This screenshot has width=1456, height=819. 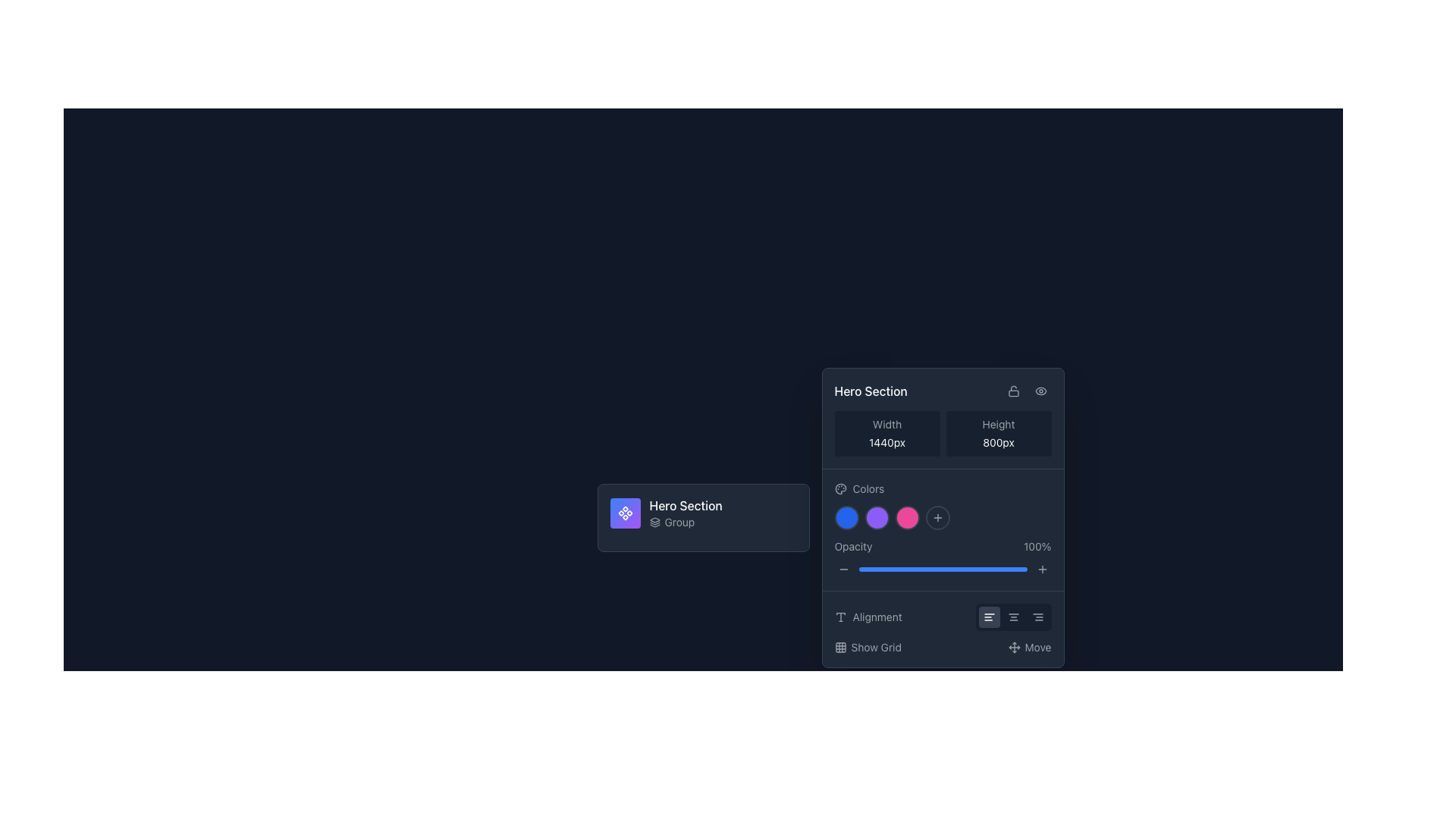 What do you see at coordinates (942, 419) in the screenshot?
I see `the Information display panel labeled 'Hero Section' which contains the 'Width' and 'Height' labels with their respective values '1440px' and '800px'` at bounding box center [942, 419].